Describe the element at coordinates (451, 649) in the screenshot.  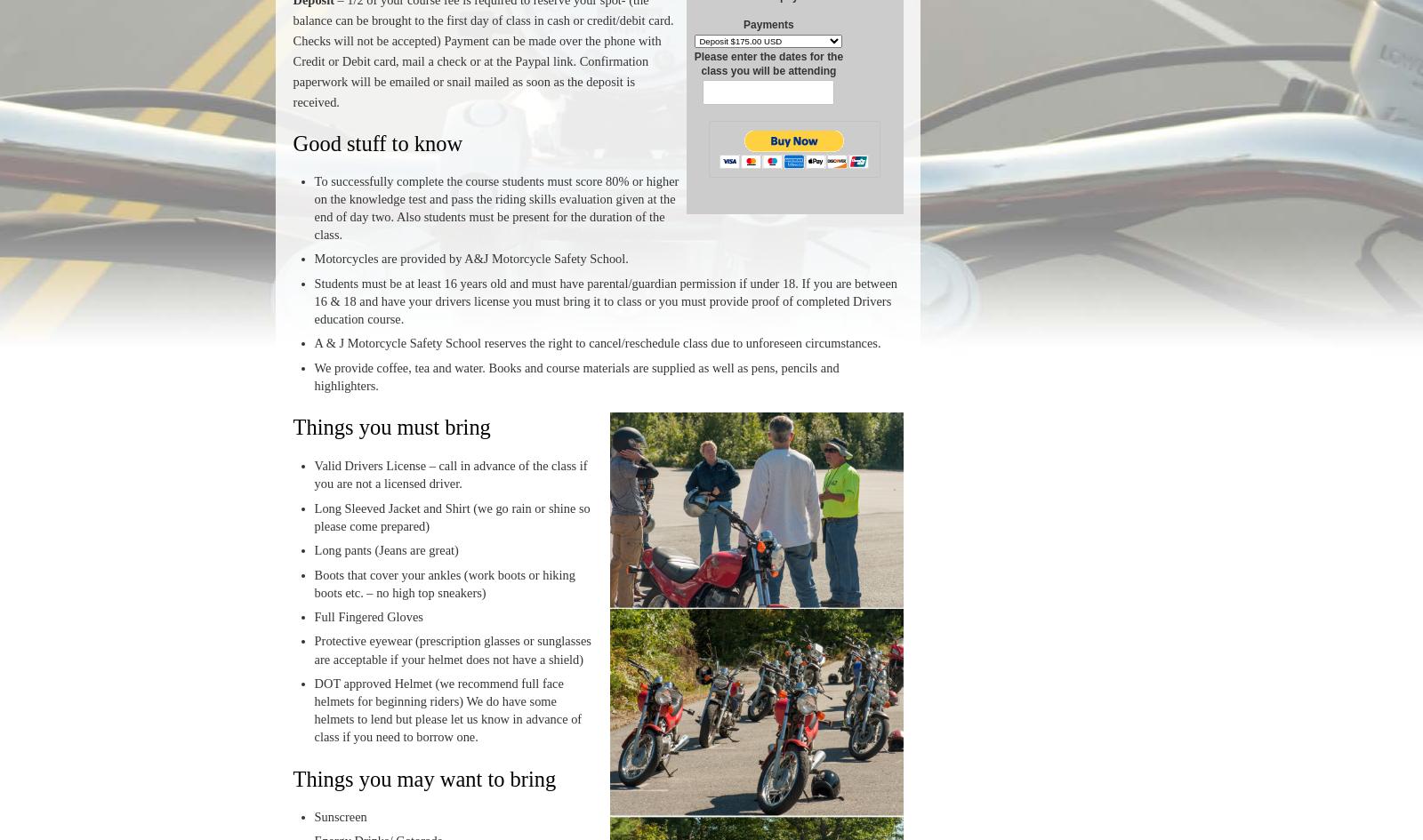
I see `'Protective eyewear (prescription glasses or sunglasses are acceptable if your helmet does not have a shield)'` at that location.